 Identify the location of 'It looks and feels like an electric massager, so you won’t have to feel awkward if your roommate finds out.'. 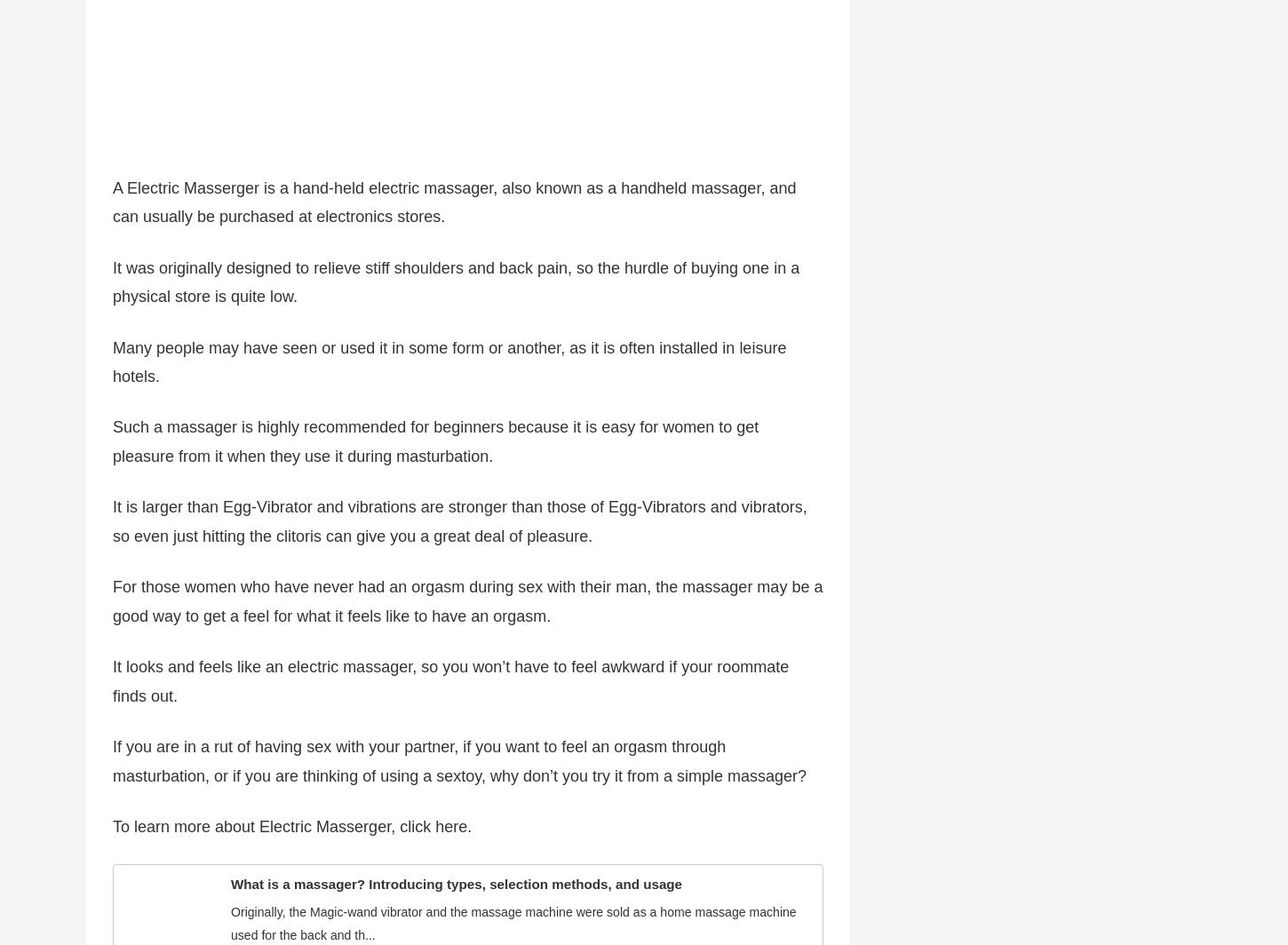
(450, 690).